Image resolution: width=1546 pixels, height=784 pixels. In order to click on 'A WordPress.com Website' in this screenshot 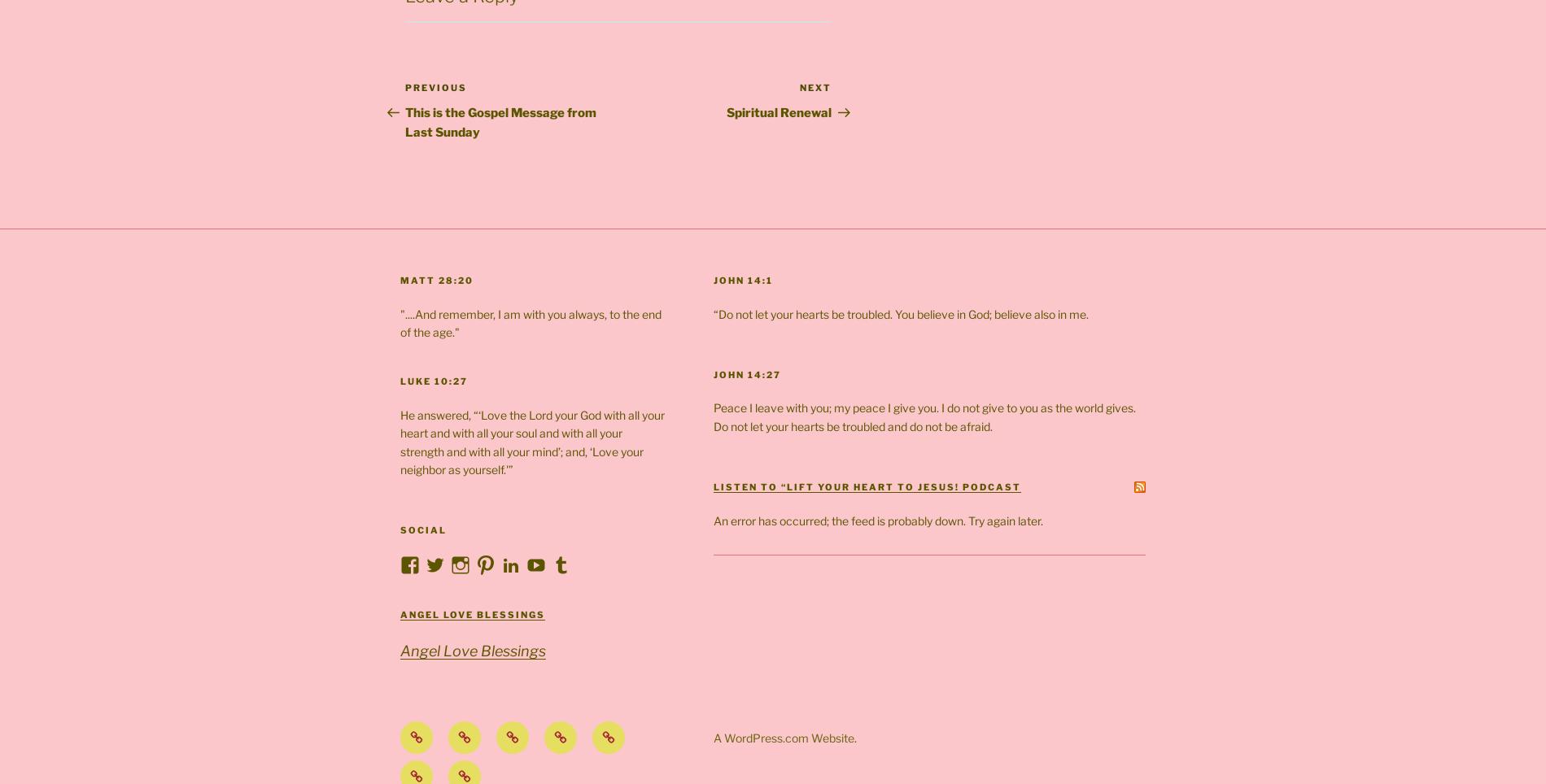, I will do `click(783, 736)`.